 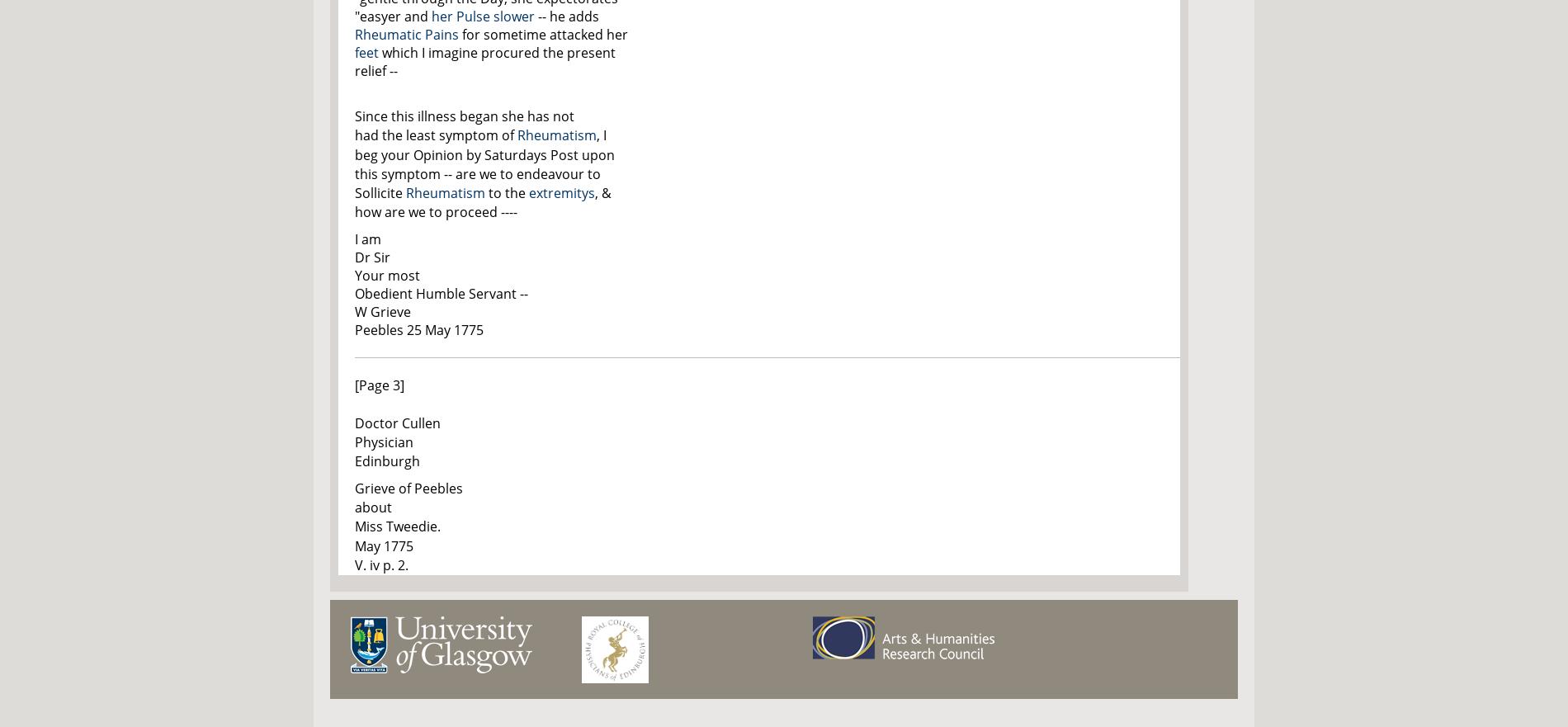 What do you see at coordinates (371, 257) in the screenshot?
I see `'Dr Sir'` at bounding box center [371, 257].